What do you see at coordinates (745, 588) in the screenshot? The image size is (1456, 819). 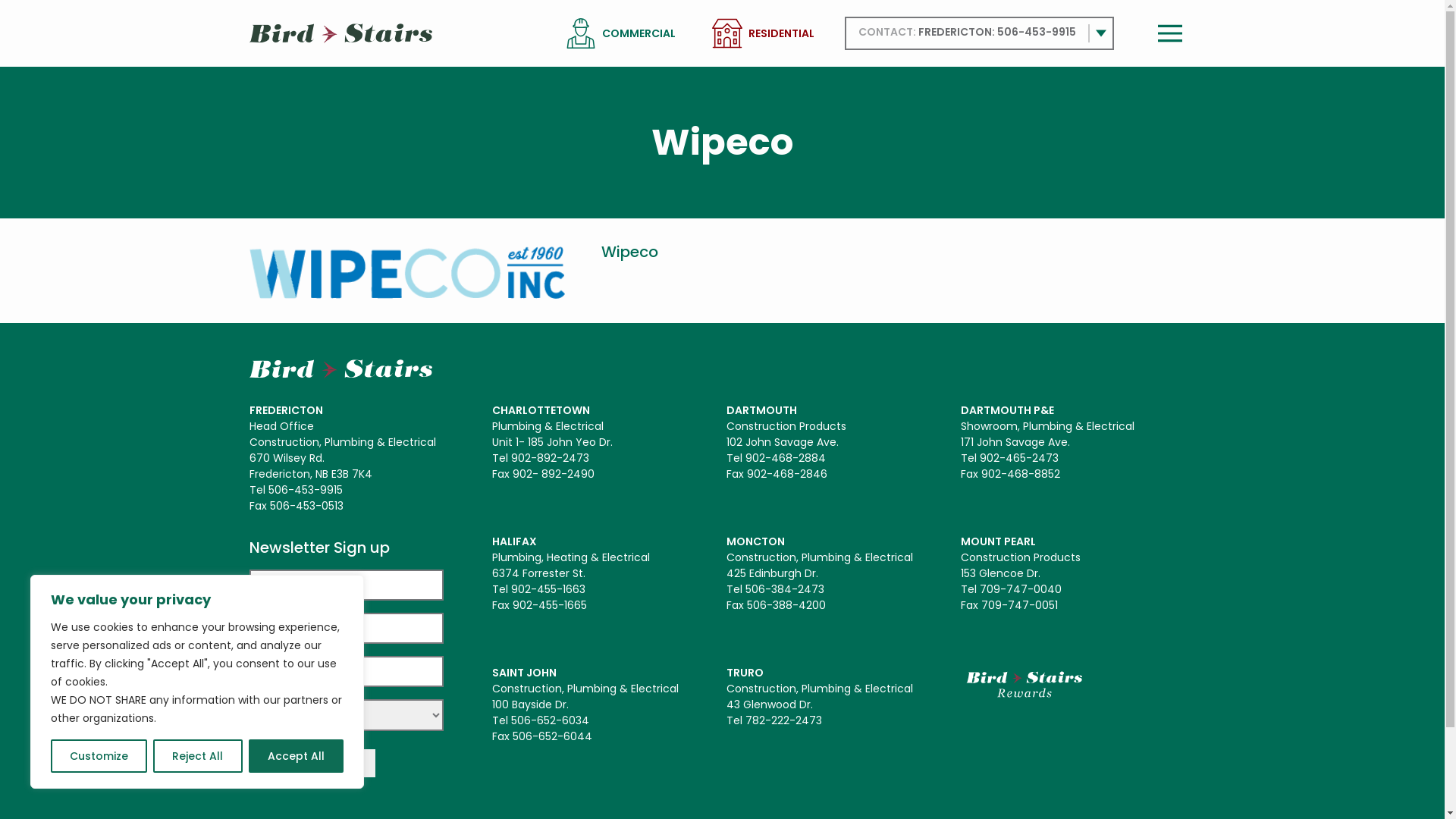 I see `'506-384-2473'` at bounding box center [745, 588].